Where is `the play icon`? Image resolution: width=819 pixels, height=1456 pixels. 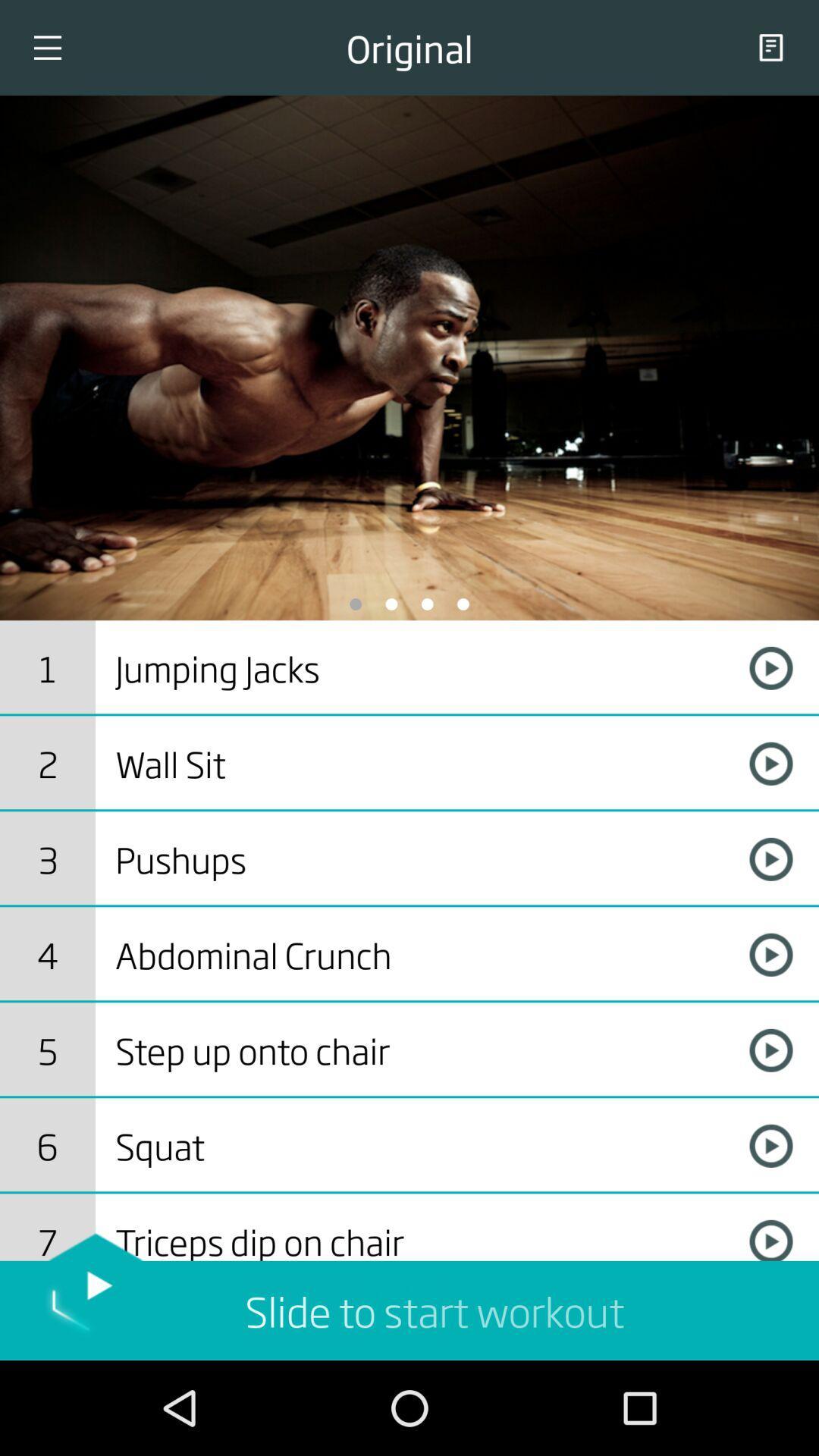
the play icon is located at coordinates (771, 764).